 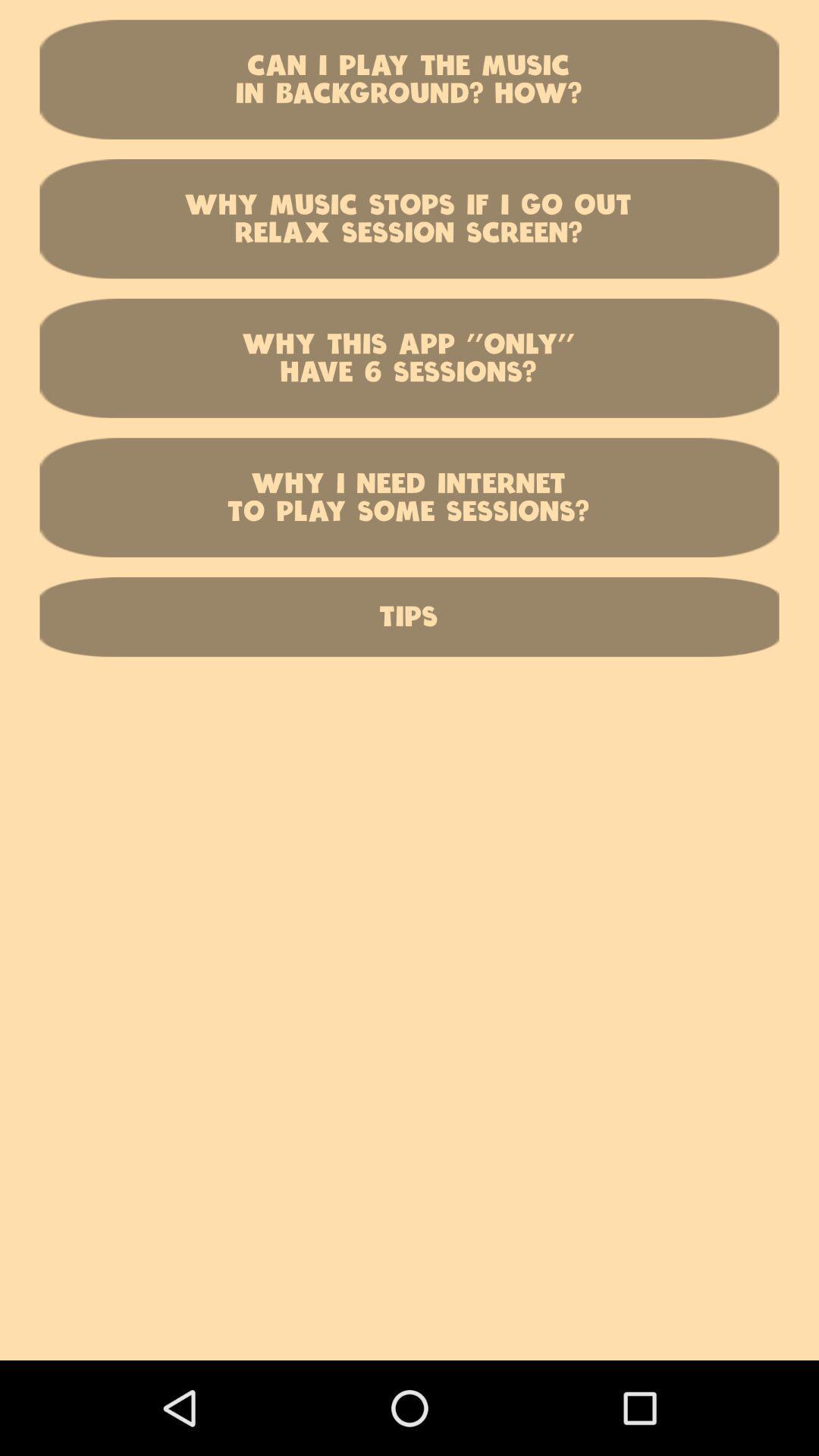 I want to click on the tips item, so click(x=409, y=617).